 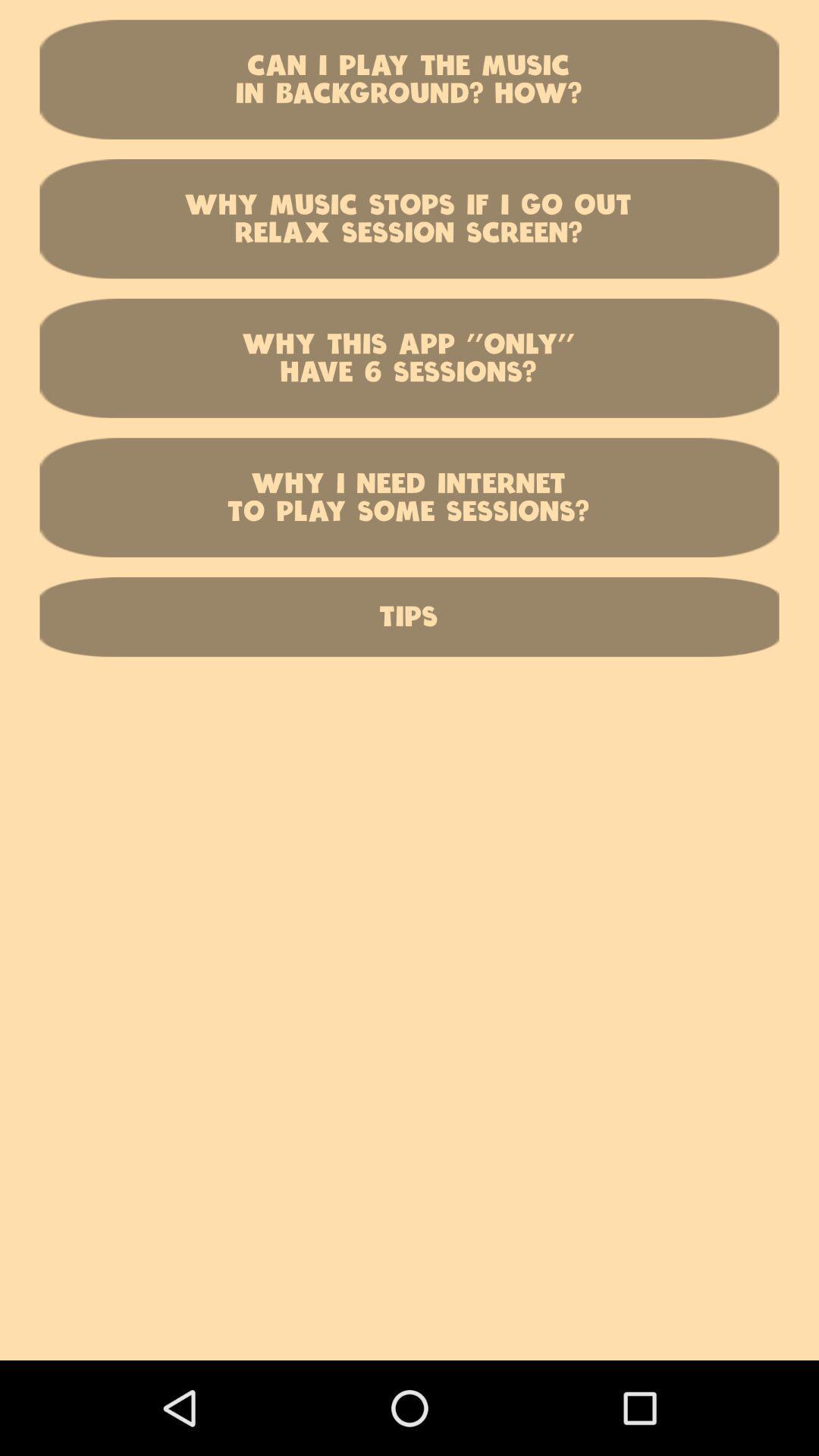 I want to click on the tips item, so click(x=409, y=617).